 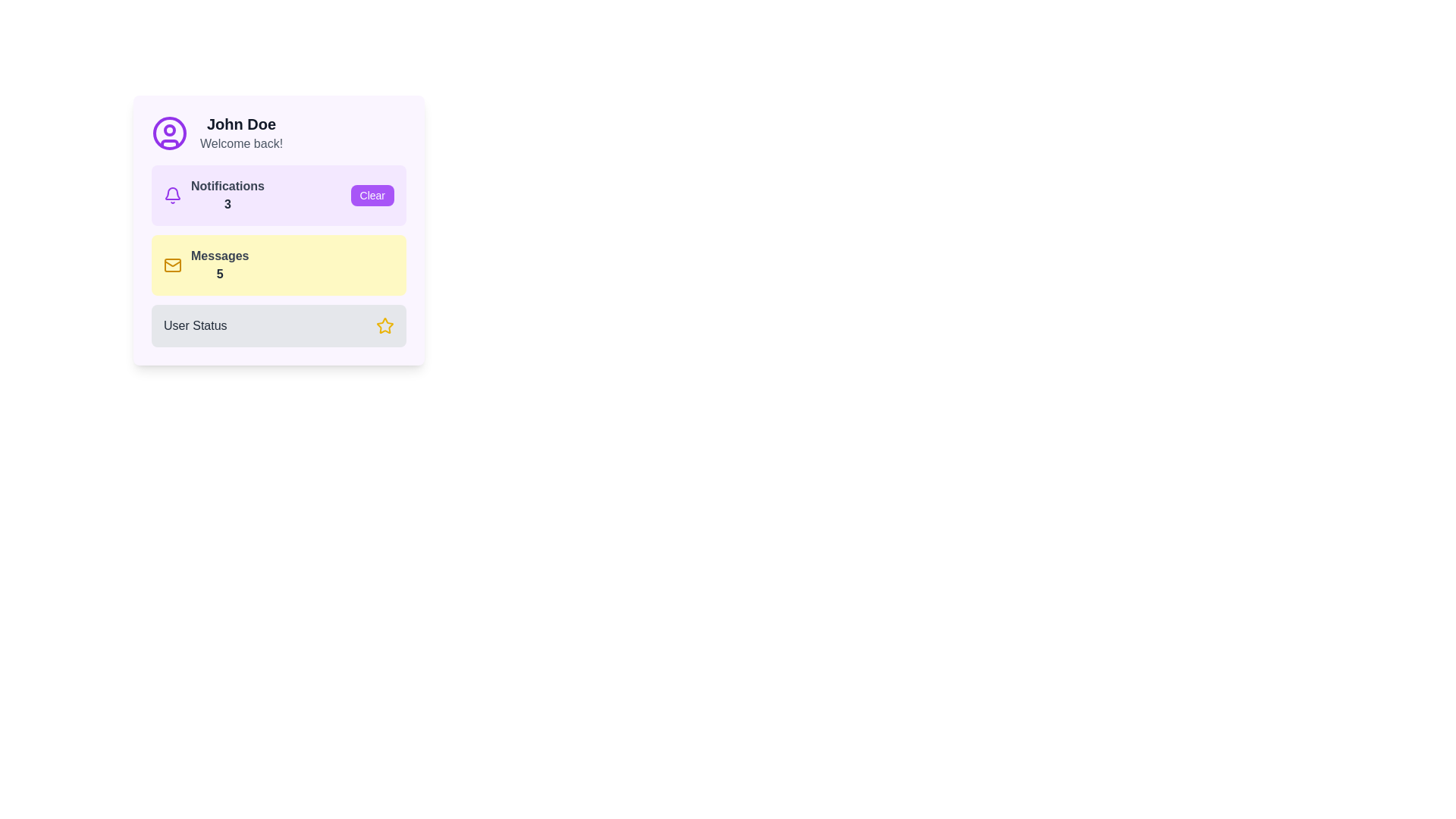 I want to click on the envelope-shaped icon with a hollow outline, which is yellow and located within the 'Messages' section of the card-like layout, so click(x=172, y=265).